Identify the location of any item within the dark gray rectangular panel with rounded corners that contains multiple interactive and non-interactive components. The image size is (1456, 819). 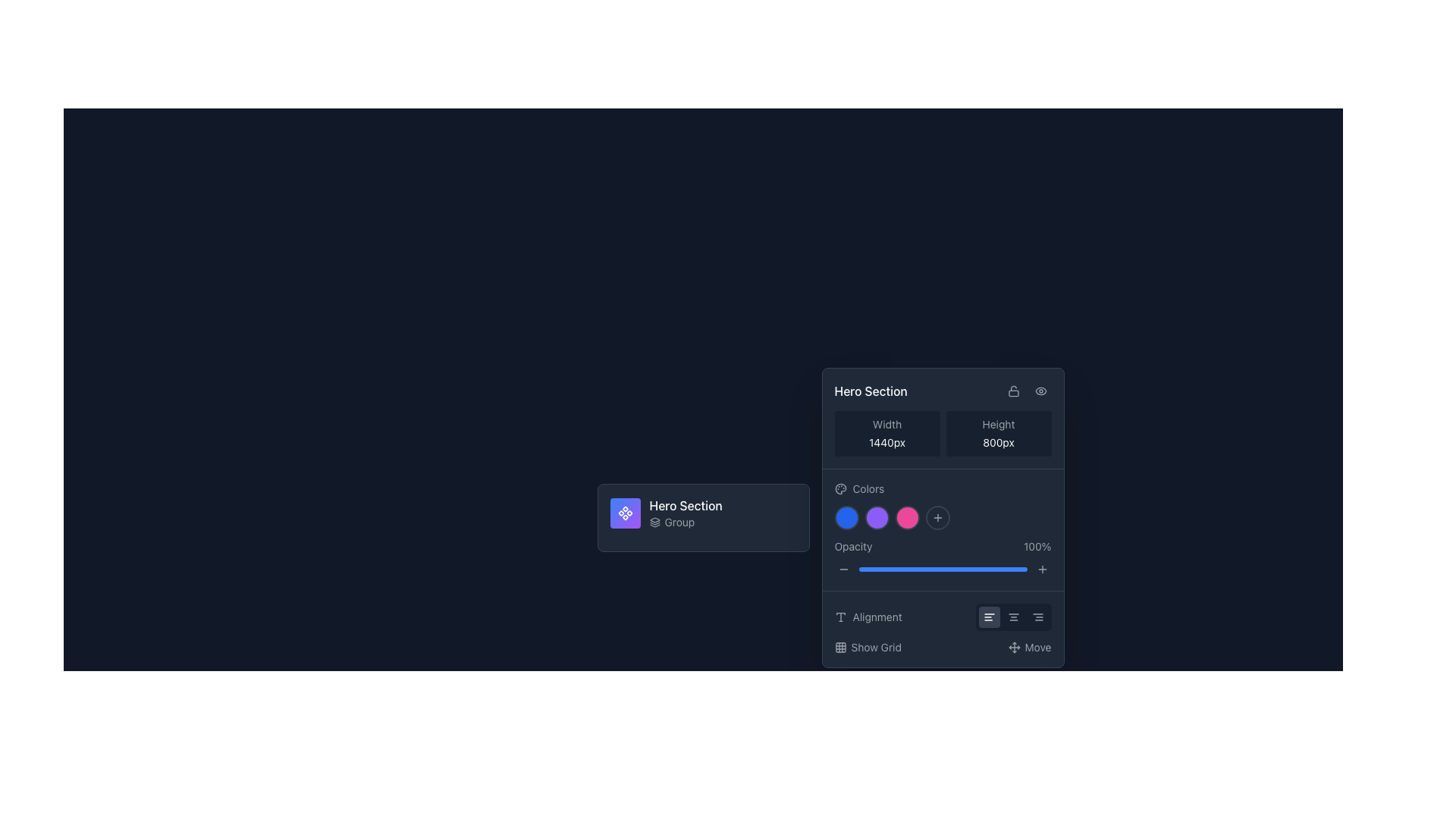
(942, 516).